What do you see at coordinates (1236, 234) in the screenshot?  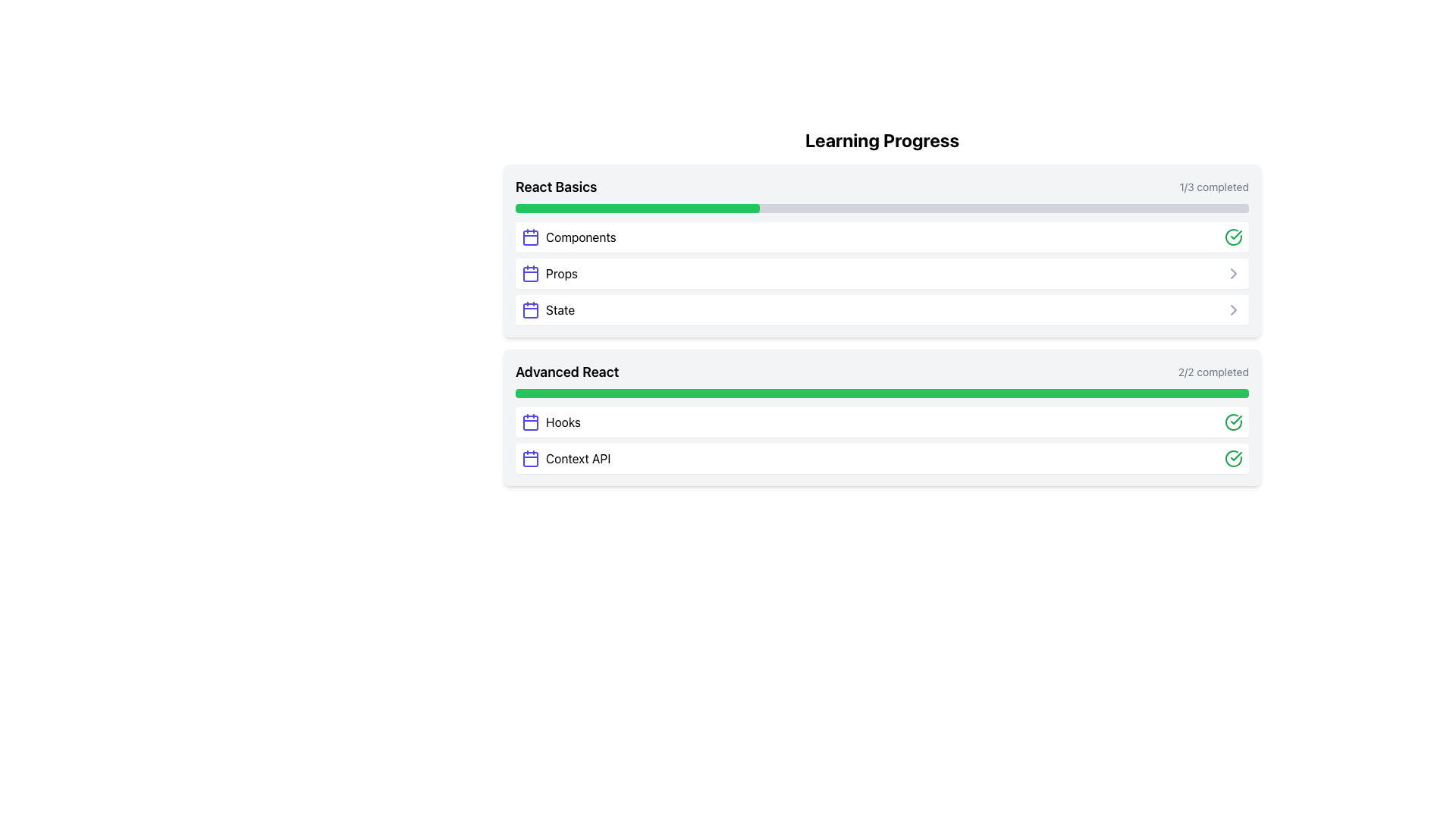 I see `the green checkmark icon within a circular outline to mark it for further actions, located under the 'Advanced React' section in the 'Learning Progress' interface, aligned with 'Context API'` at bounding box center [1236, 234].